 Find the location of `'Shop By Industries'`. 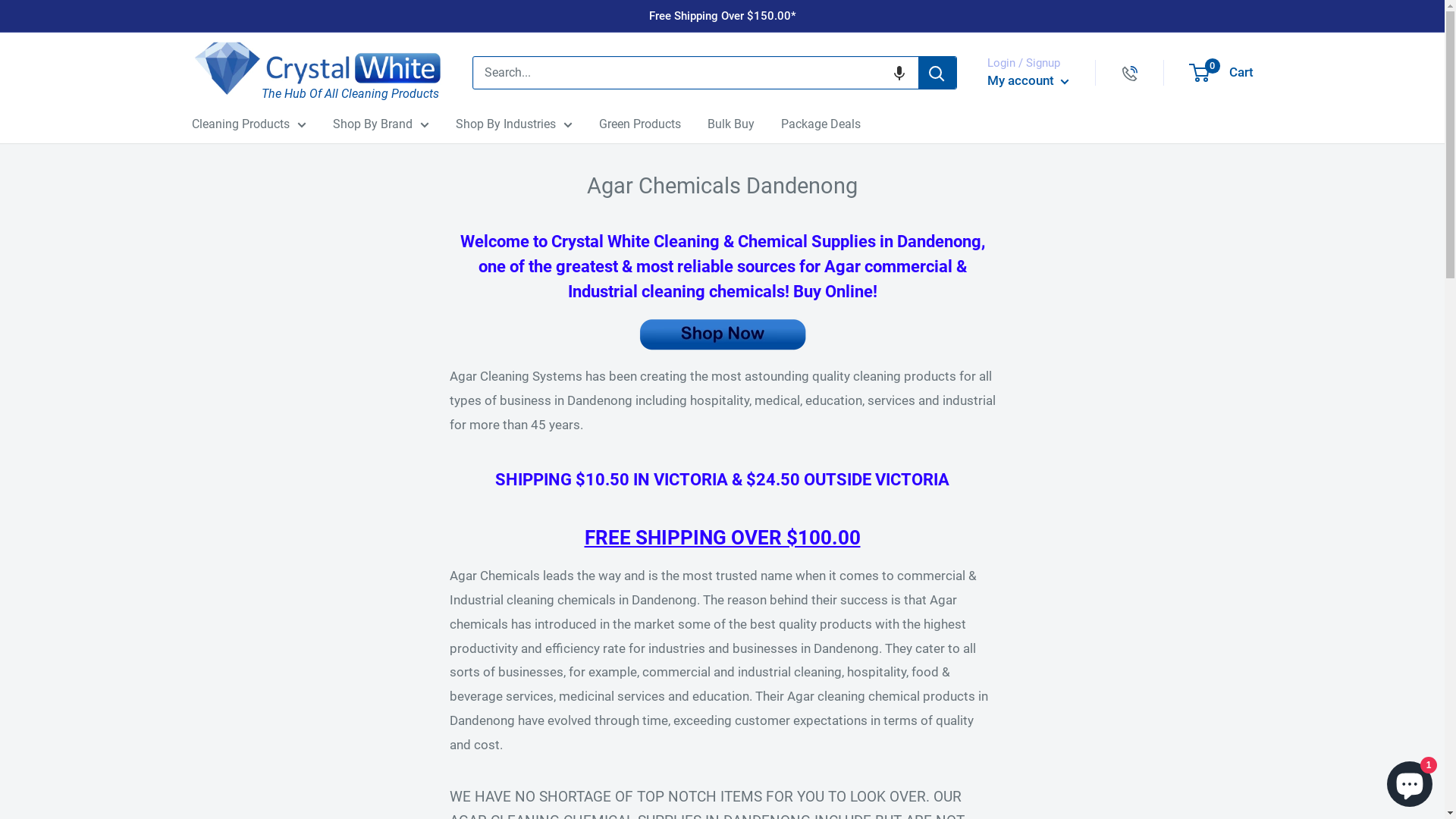

'Shop By Industries' is located at coordinates (513, 124).